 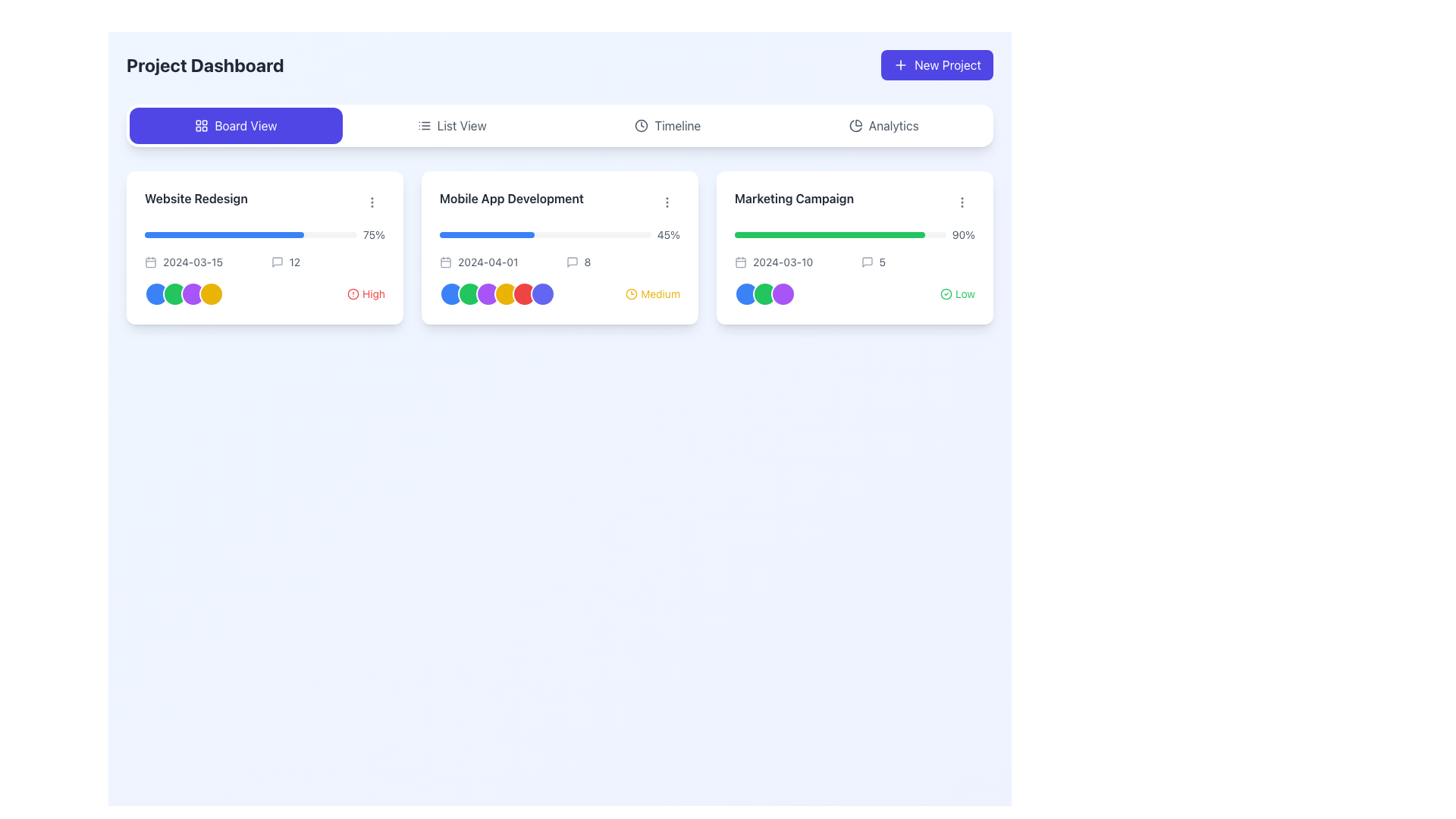 What do you see at coordinates (667, 124) in the screenshot?
I see `the 'Timeline' button, which is the third button in a row of four` at bounding box center [667, 124].